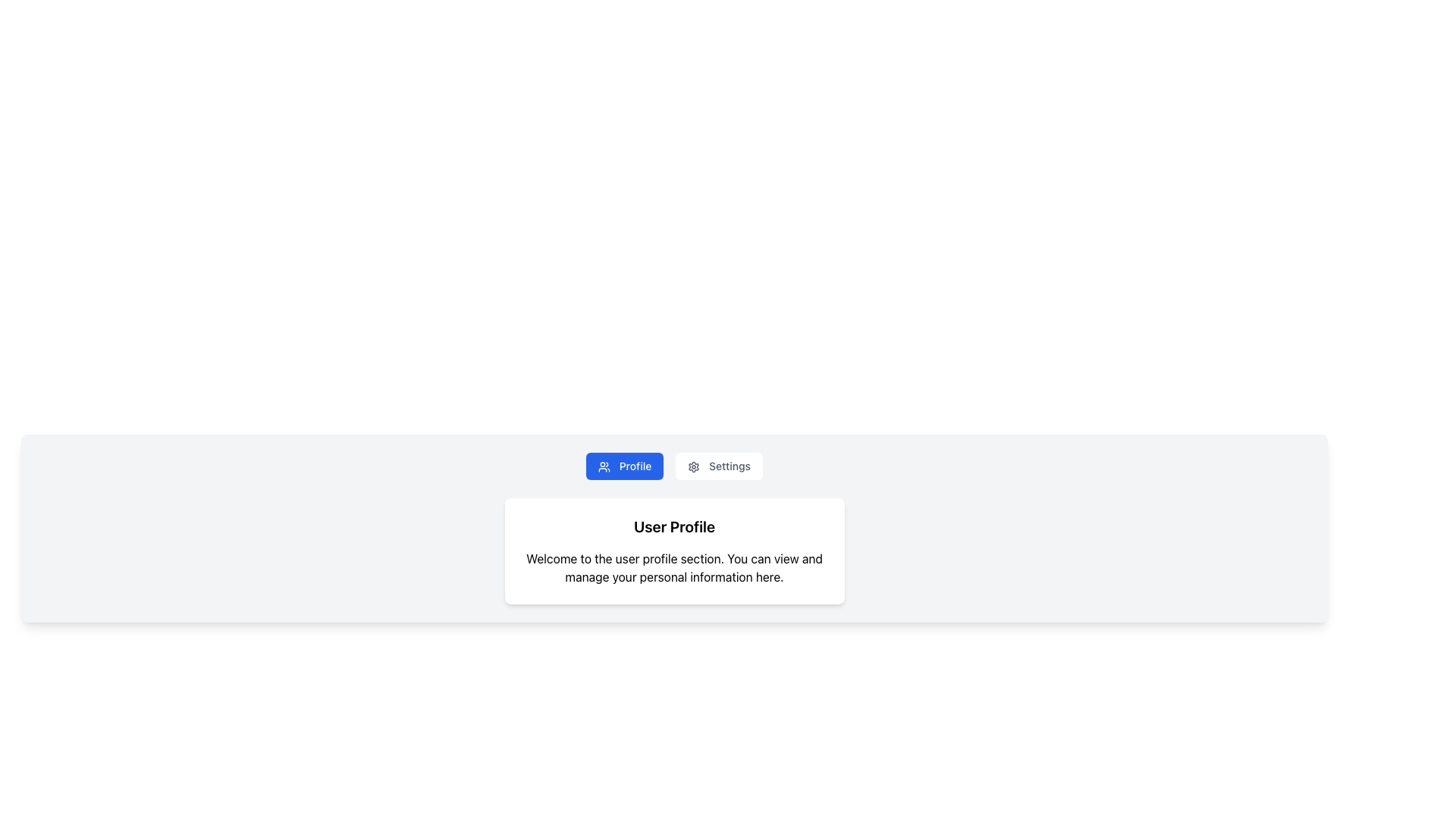 The width and height of the screenshot is (1456, 819). Describe the element at coordinates (718, 465) in the screenshot. I see `the 'Settings' button` at that location.